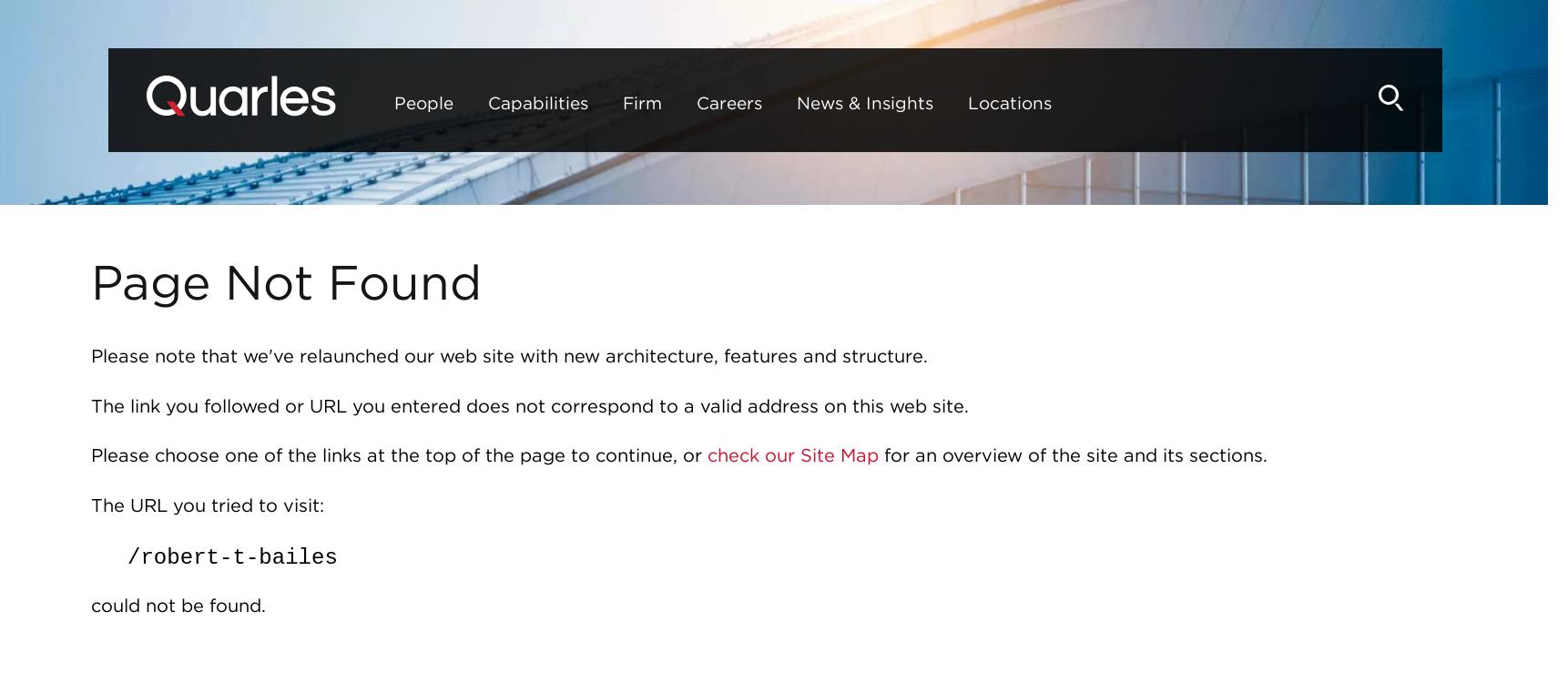 This screenshot has height=673, width=1568. What do you see at coordinates (673, 102) in the screenshot?
I see `'Careers'` at bounding box center [673, 102].